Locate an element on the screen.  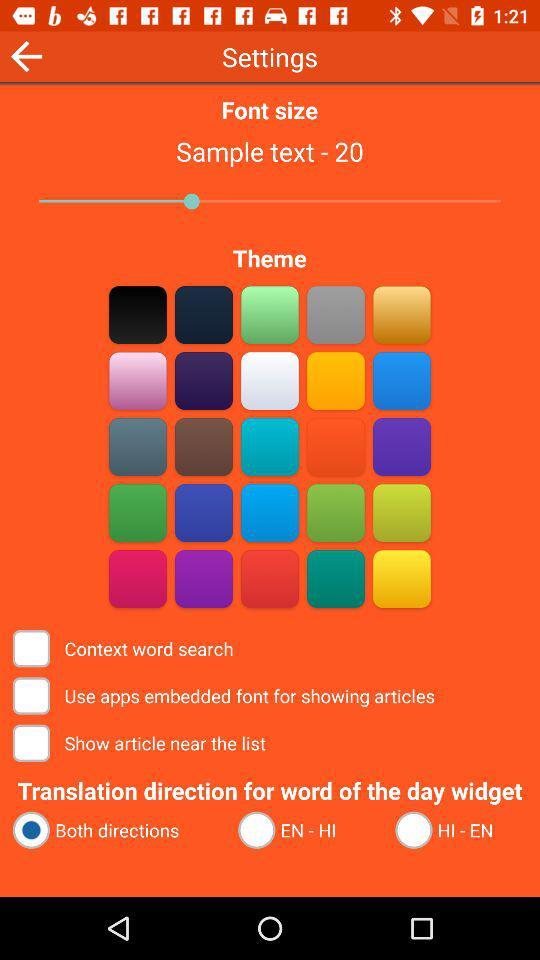
item above translation direction for icon is located at coordinates (140, 742).